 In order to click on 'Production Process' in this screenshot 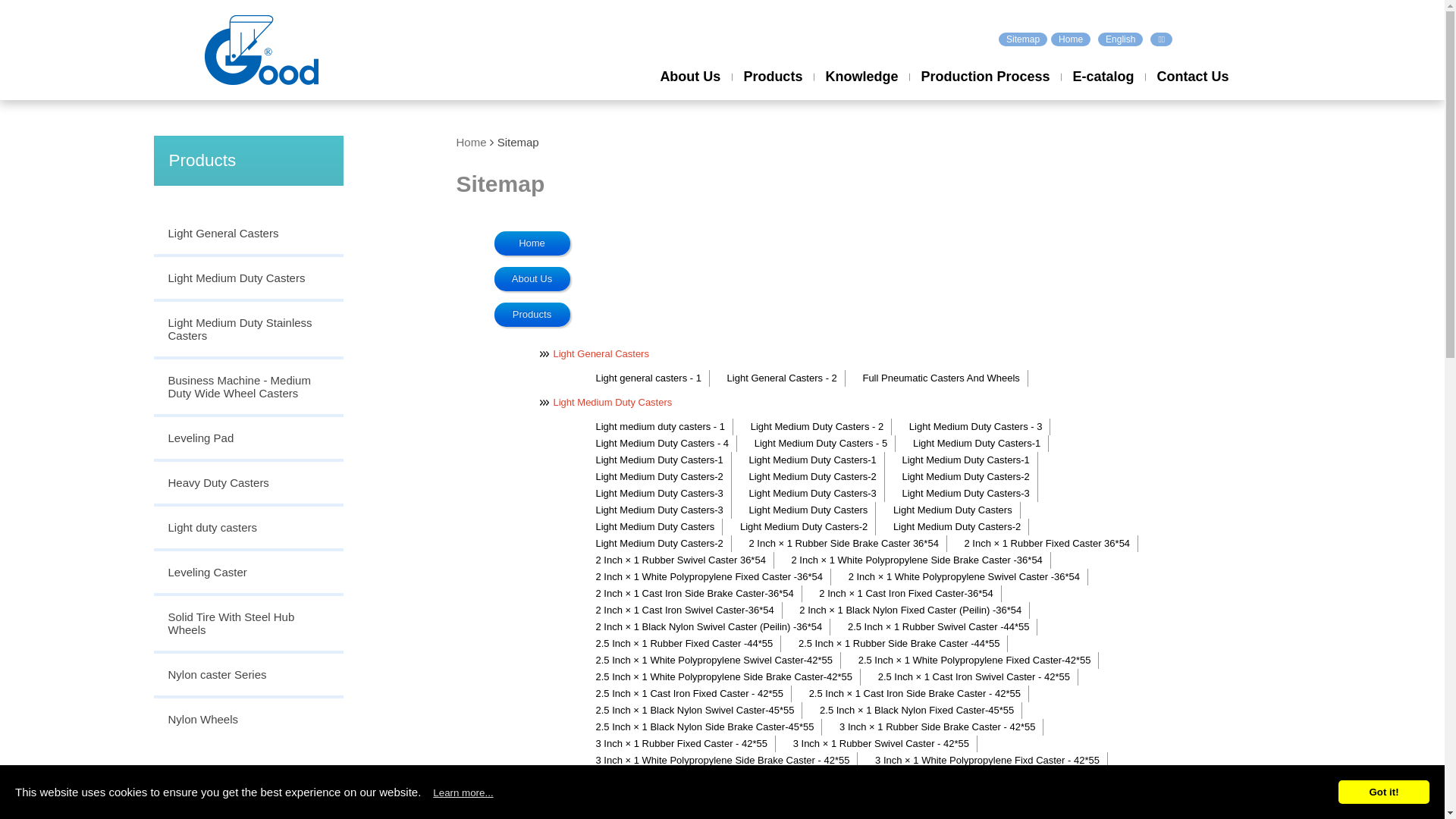, I will do `click(985, 90)`.